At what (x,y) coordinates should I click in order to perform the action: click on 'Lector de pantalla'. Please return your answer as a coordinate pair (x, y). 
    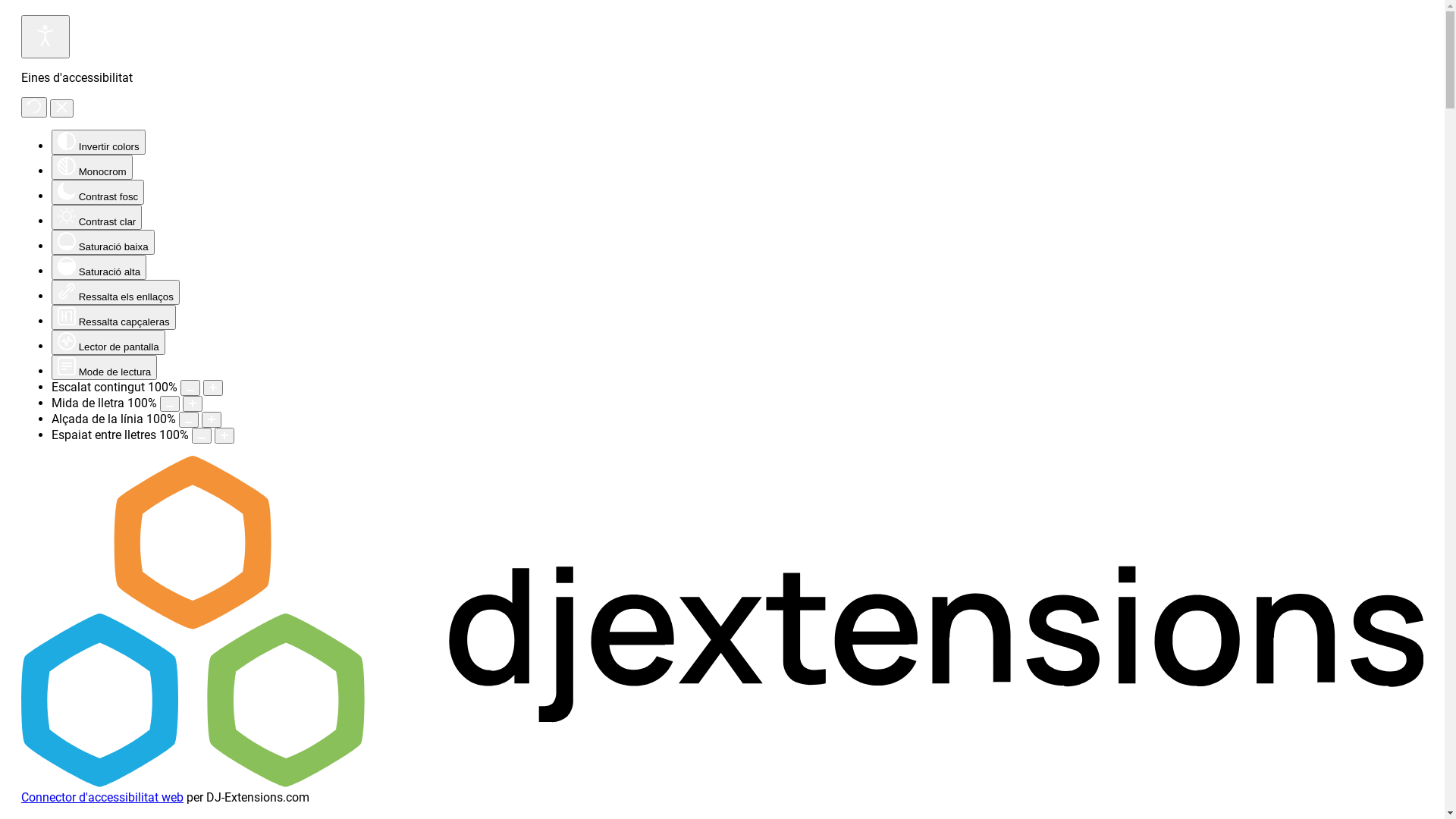
    Looking at the image, I should click on (108, 342).